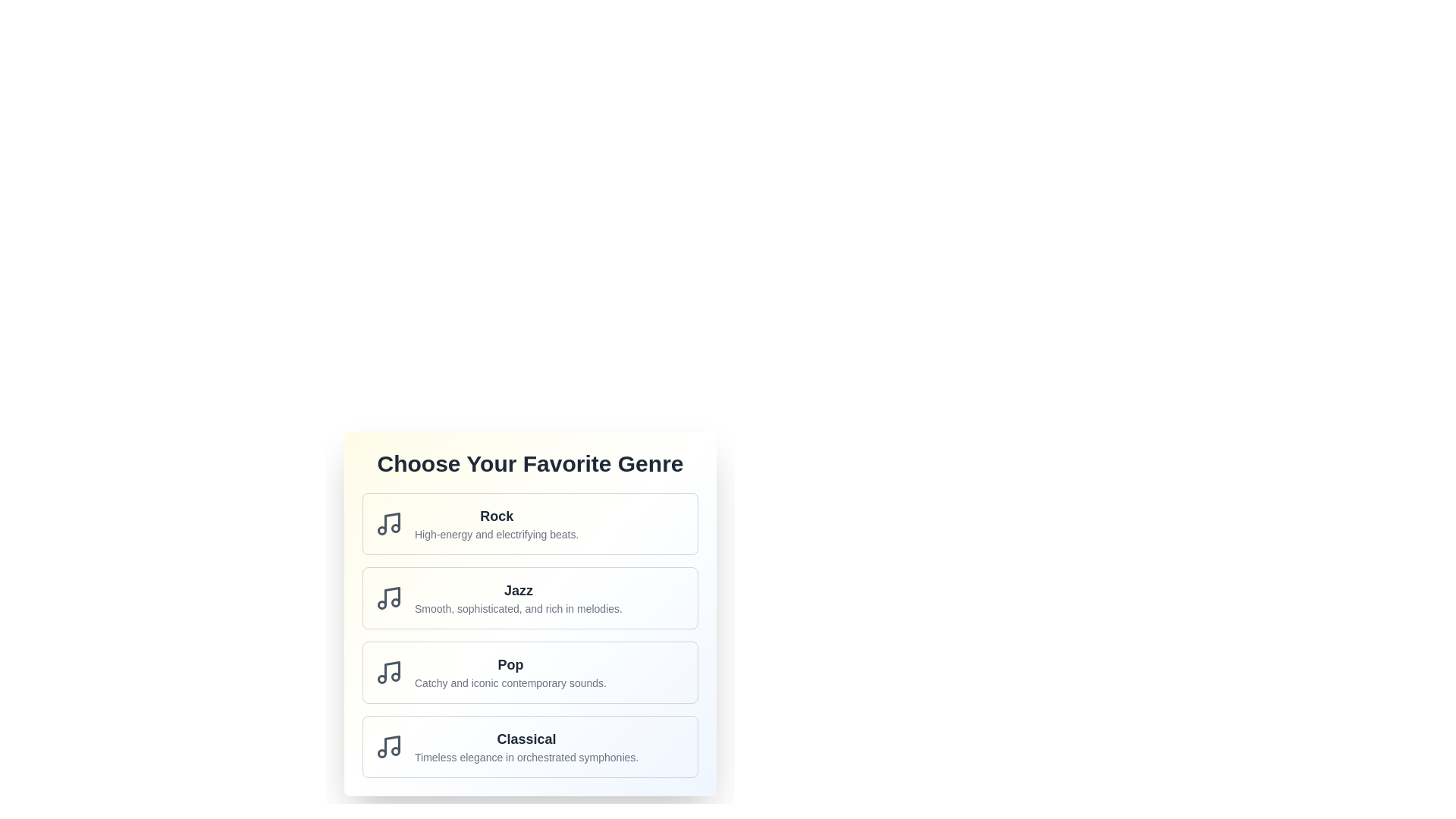 This screenshot has height=819, width=1456. I want to click on the musical note icon located in the second row of the music genre selection interface, which is aligned with the 'Jazz' caption for visual feedback, so click(392, 595).